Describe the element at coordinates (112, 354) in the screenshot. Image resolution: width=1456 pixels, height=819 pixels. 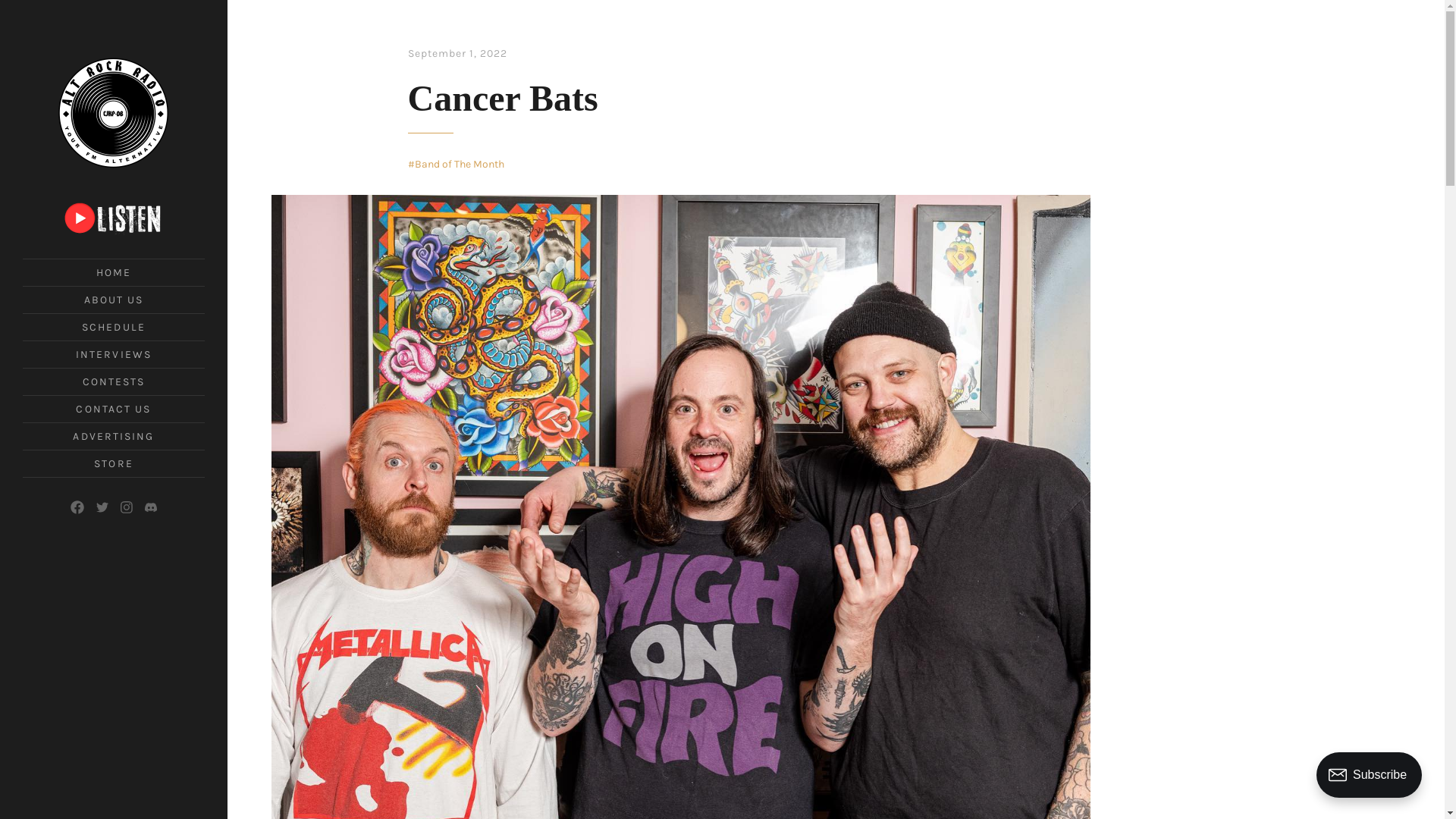
I see `'INTERVIEWS'` at that location.